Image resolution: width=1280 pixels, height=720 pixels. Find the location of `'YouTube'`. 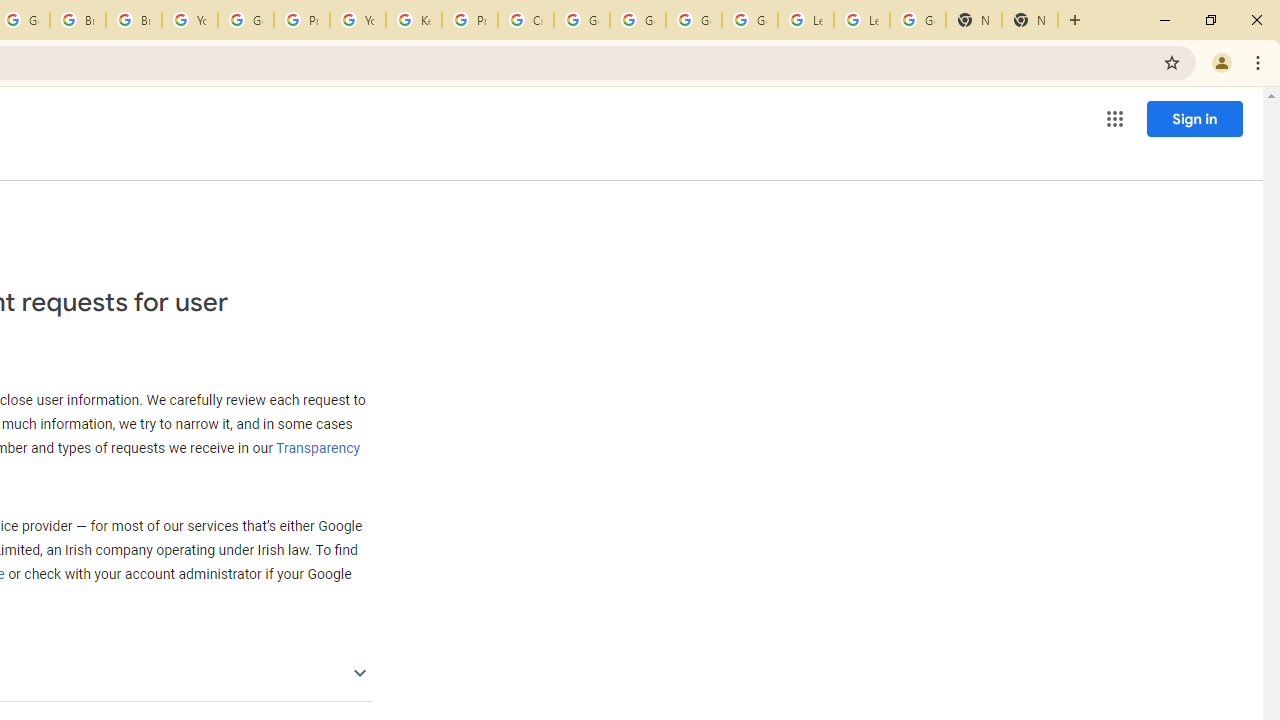

'YouTube' is located at coordinates (358, 20).